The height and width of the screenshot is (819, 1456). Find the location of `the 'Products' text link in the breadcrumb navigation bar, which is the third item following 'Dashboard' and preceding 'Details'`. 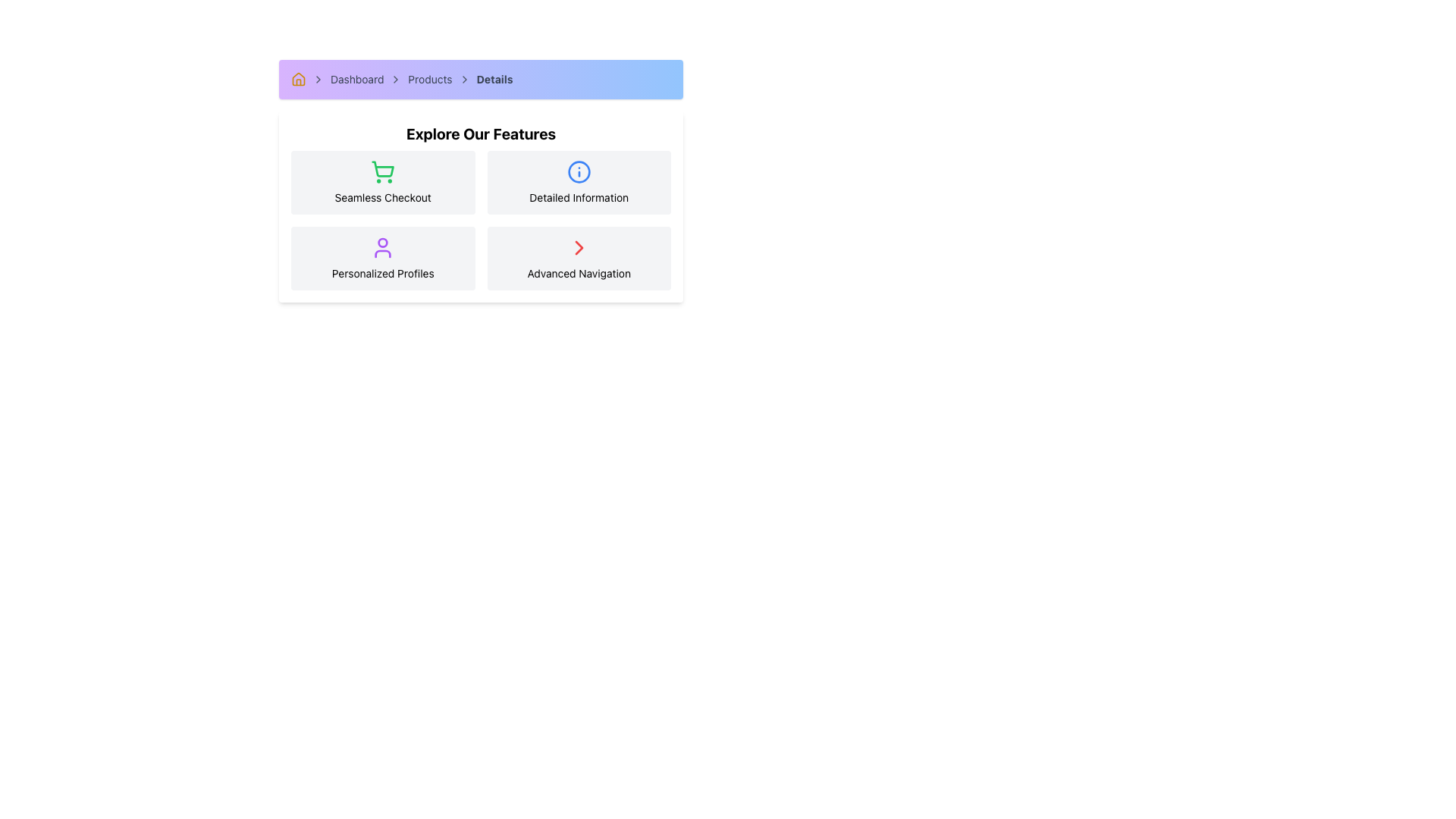

the 'Products' text link in the breadcrumb navigation bar, which is the third item following 'Dashboard' and preceding 'Details' is located at coordinates (429, 79).